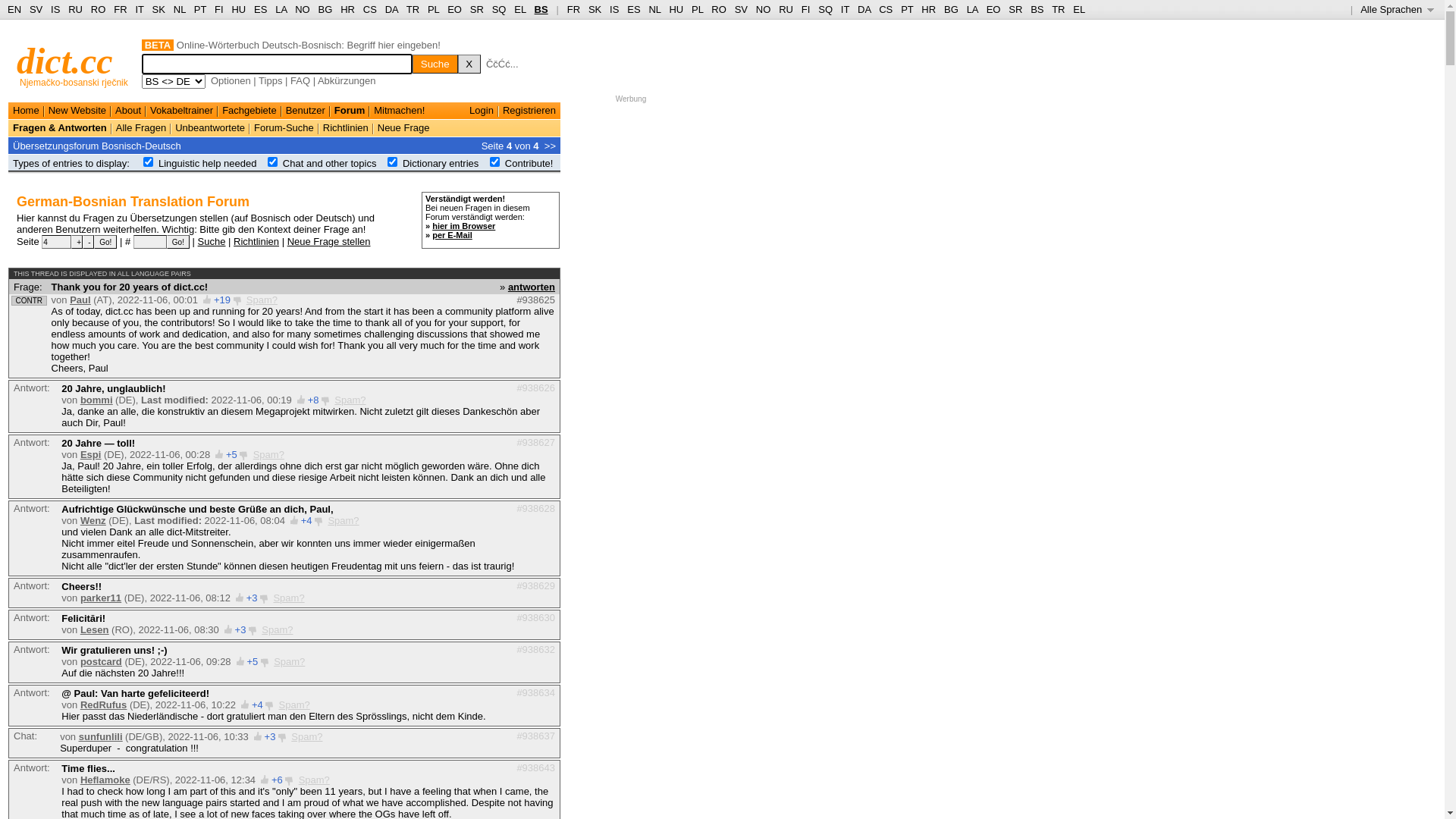  What do you see at coordinates (844, 9) in the screenshot?
I see `'IT'` at bounding box center [844, 9].